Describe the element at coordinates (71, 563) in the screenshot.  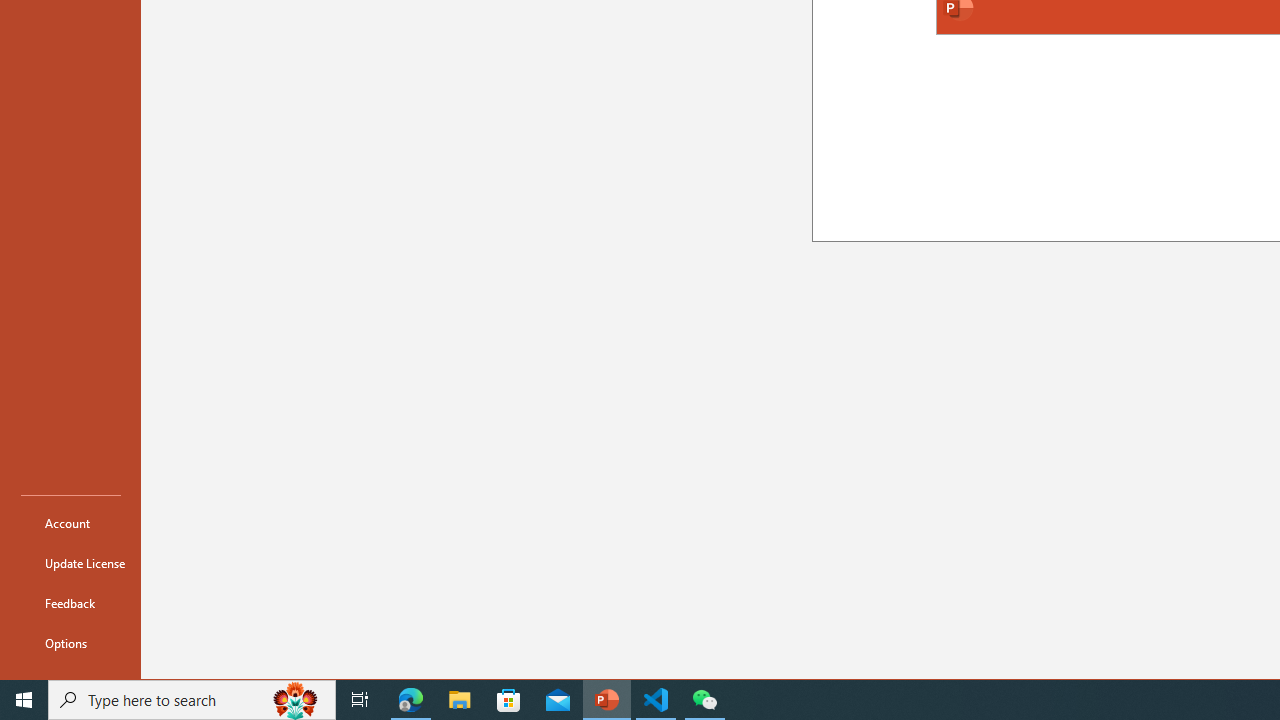
I see `'Update License'` at that location.